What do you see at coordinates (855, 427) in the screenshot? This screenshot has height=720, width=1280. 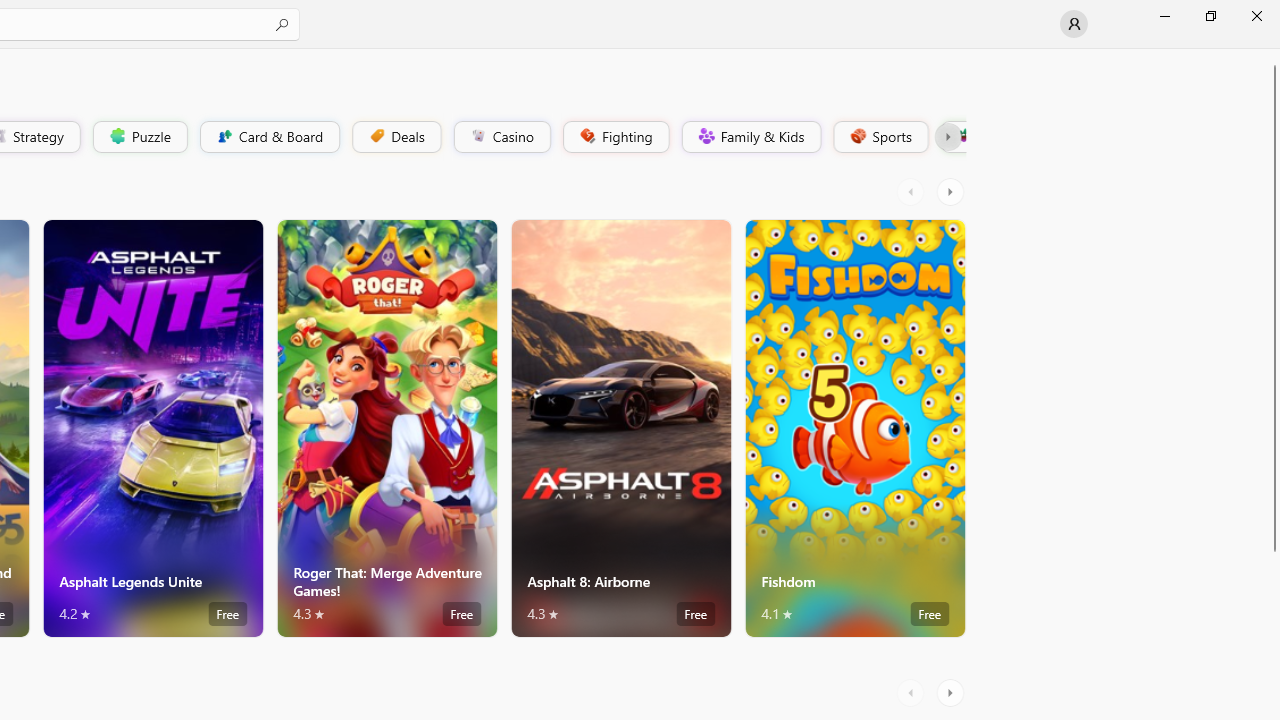 I see `'Fishdom. Average rating of 4.1 out of five stars. Free  '` at bounding box center [855, 427].